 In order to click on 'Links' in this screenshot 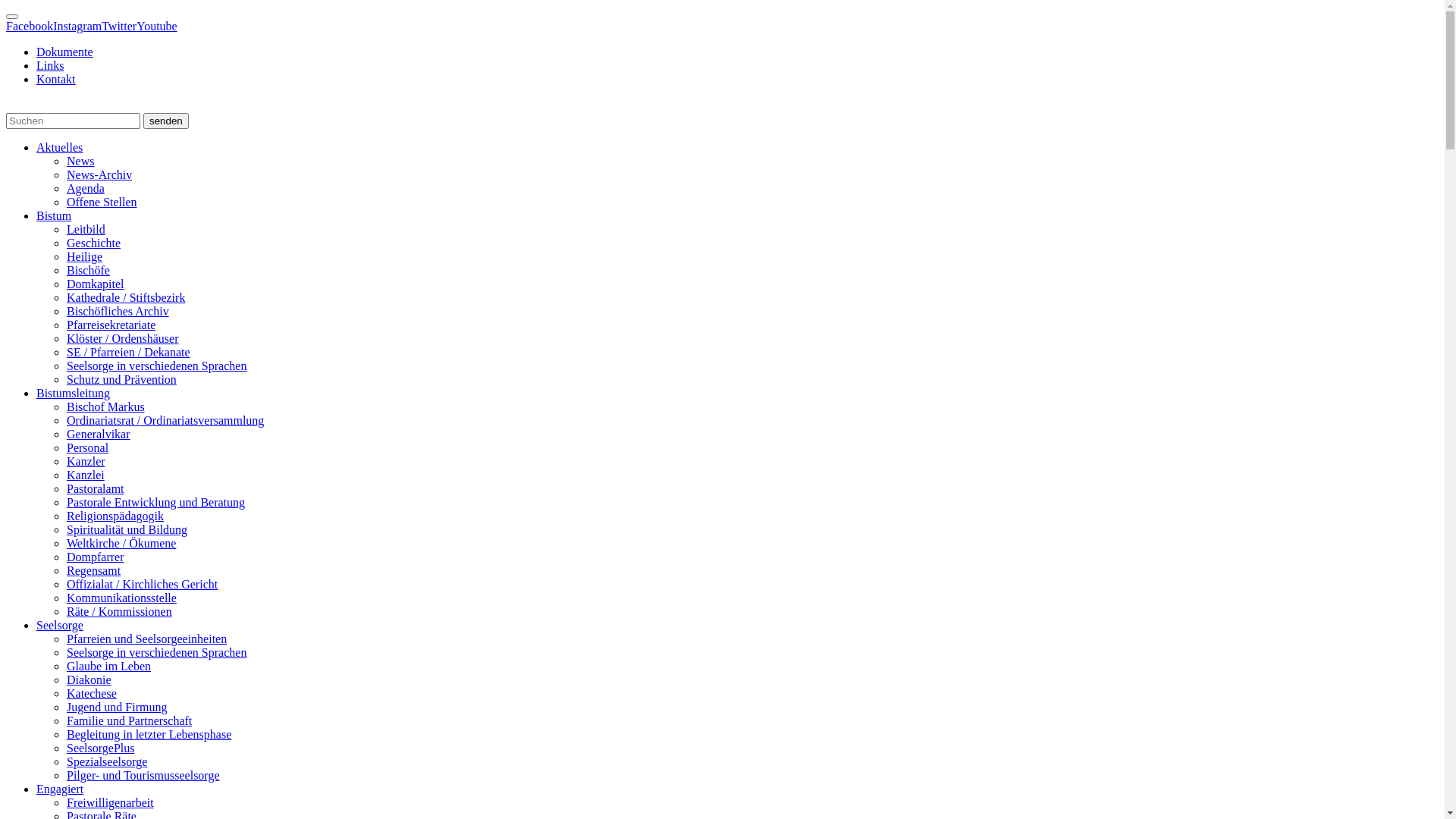, I will do `click(36, 64)`.